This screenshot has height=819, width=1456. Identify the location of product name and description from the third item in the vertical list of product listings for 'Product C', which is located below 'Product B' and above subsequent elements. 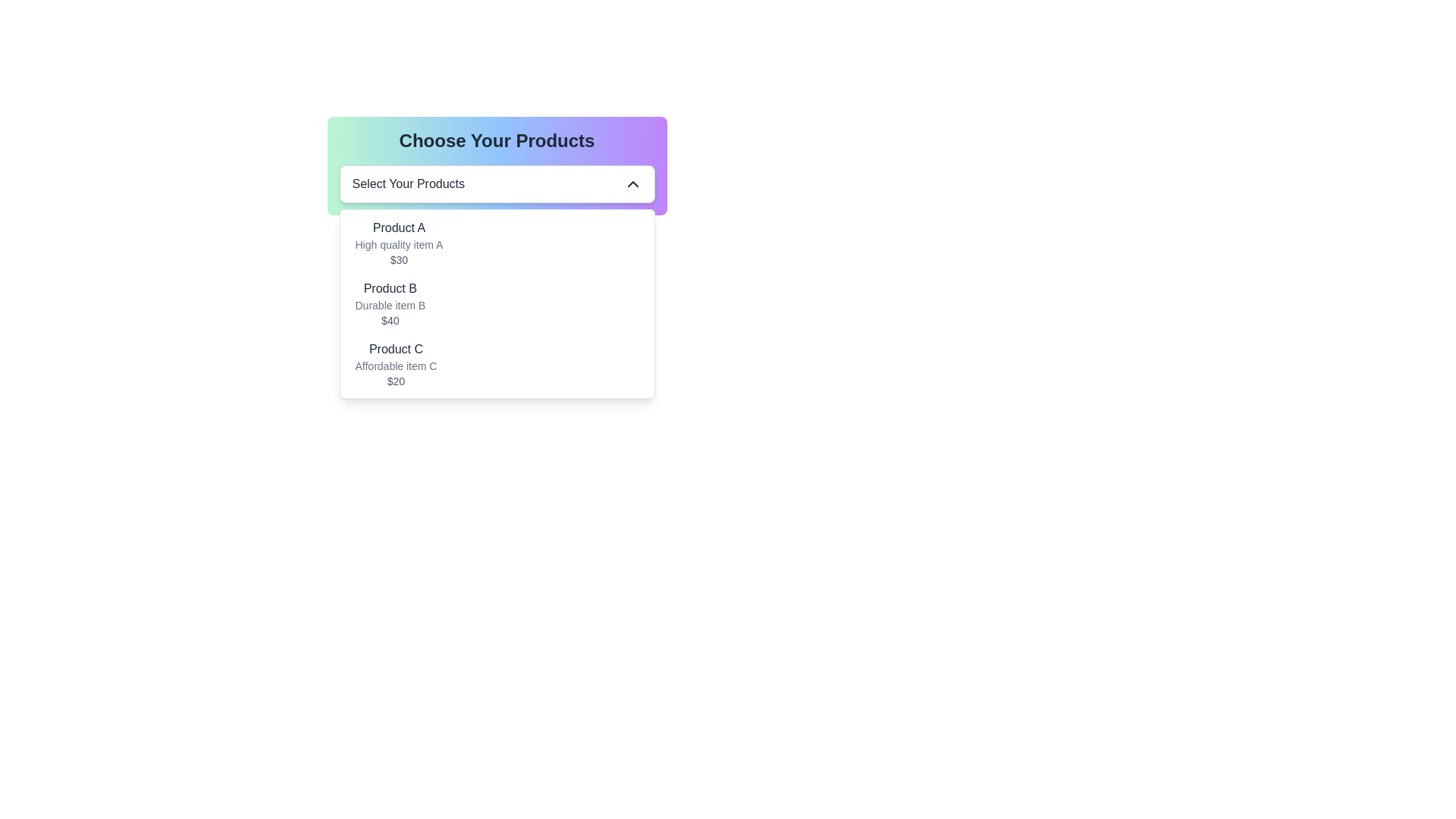
(497, 365).